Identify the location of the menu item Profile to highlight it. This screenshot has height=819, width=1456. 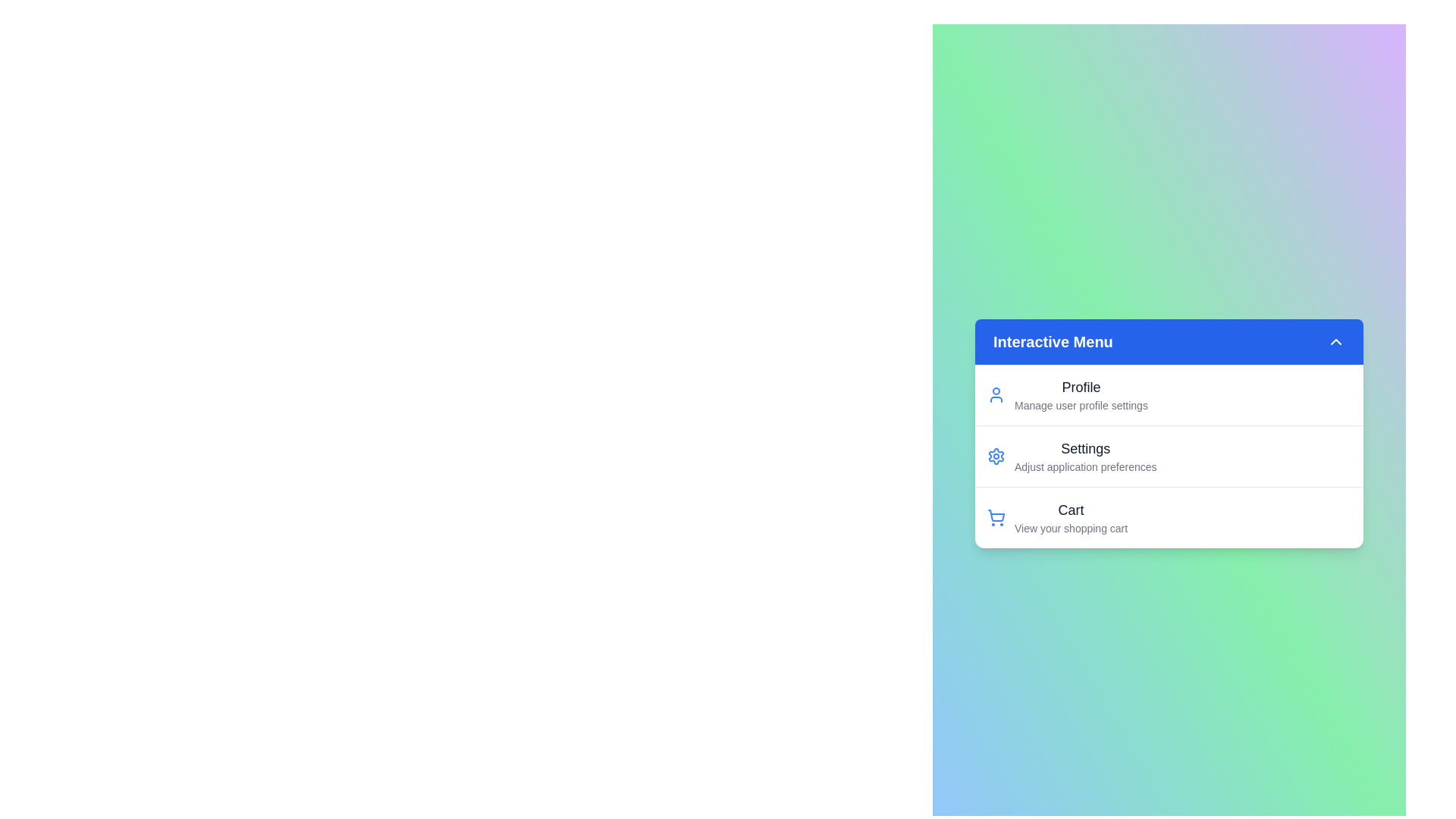
(1061, 378).